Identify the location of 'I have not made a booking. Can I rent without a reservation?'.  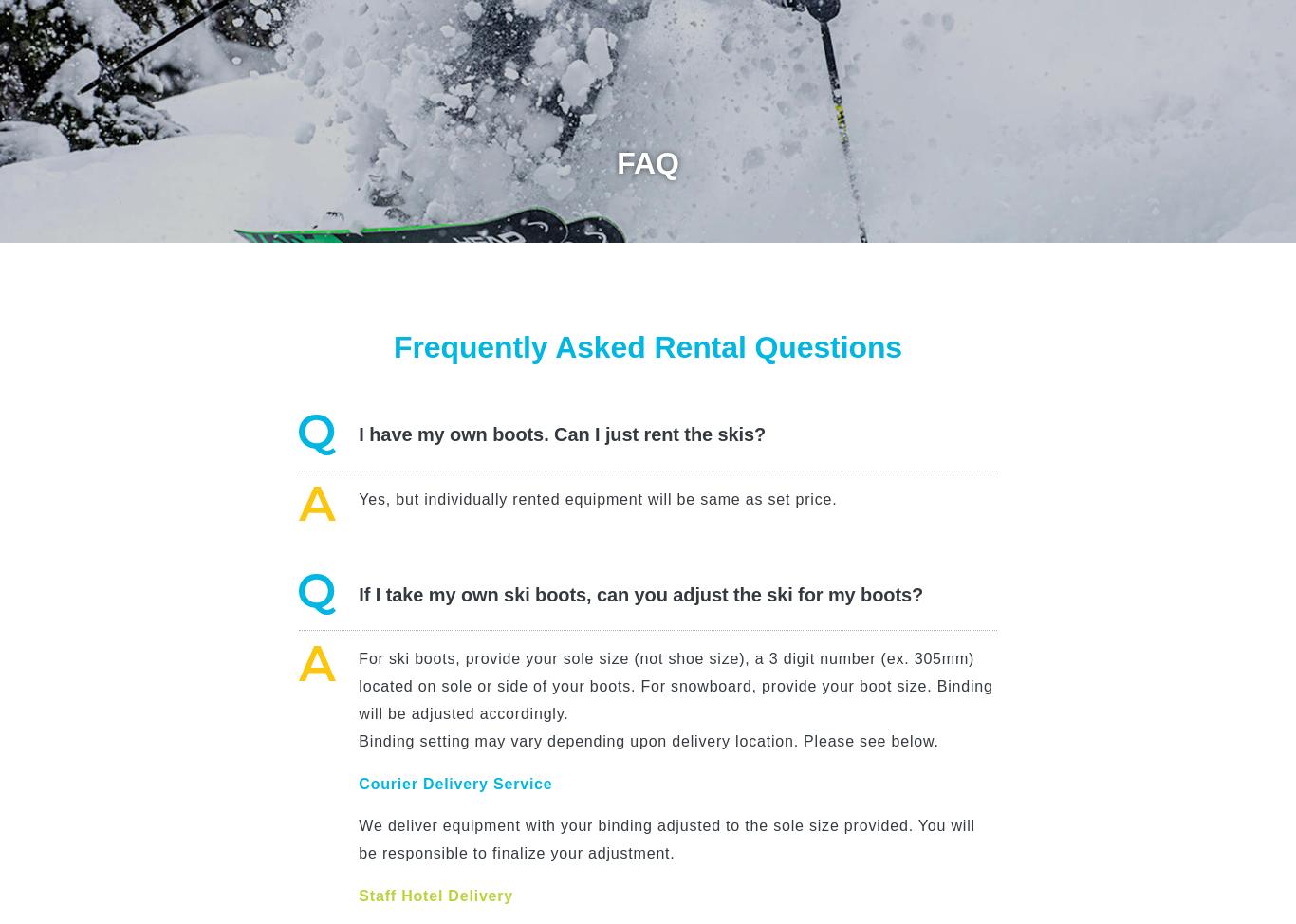
(626, 557).